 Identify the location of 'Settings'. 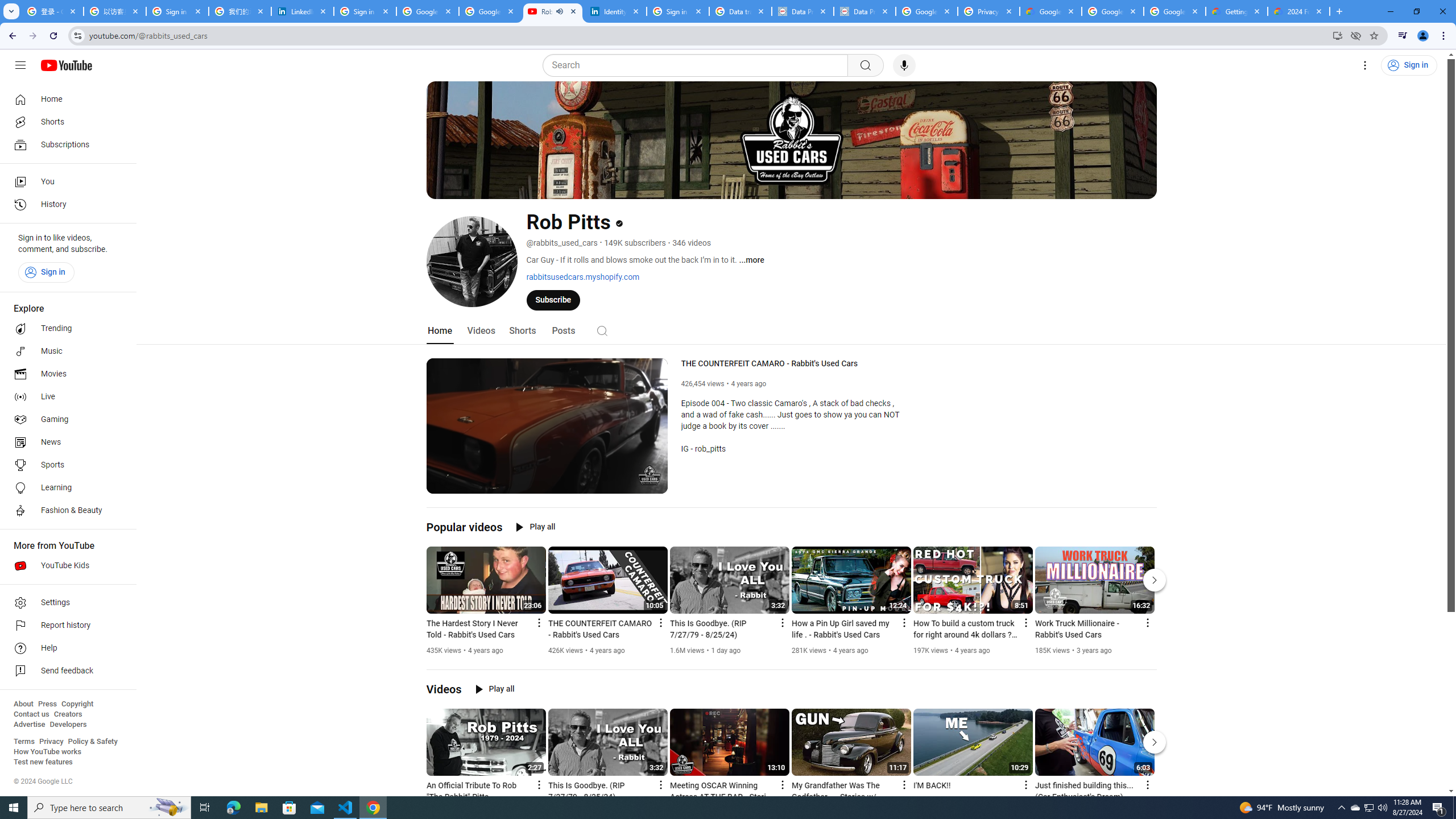
(1366, 65).